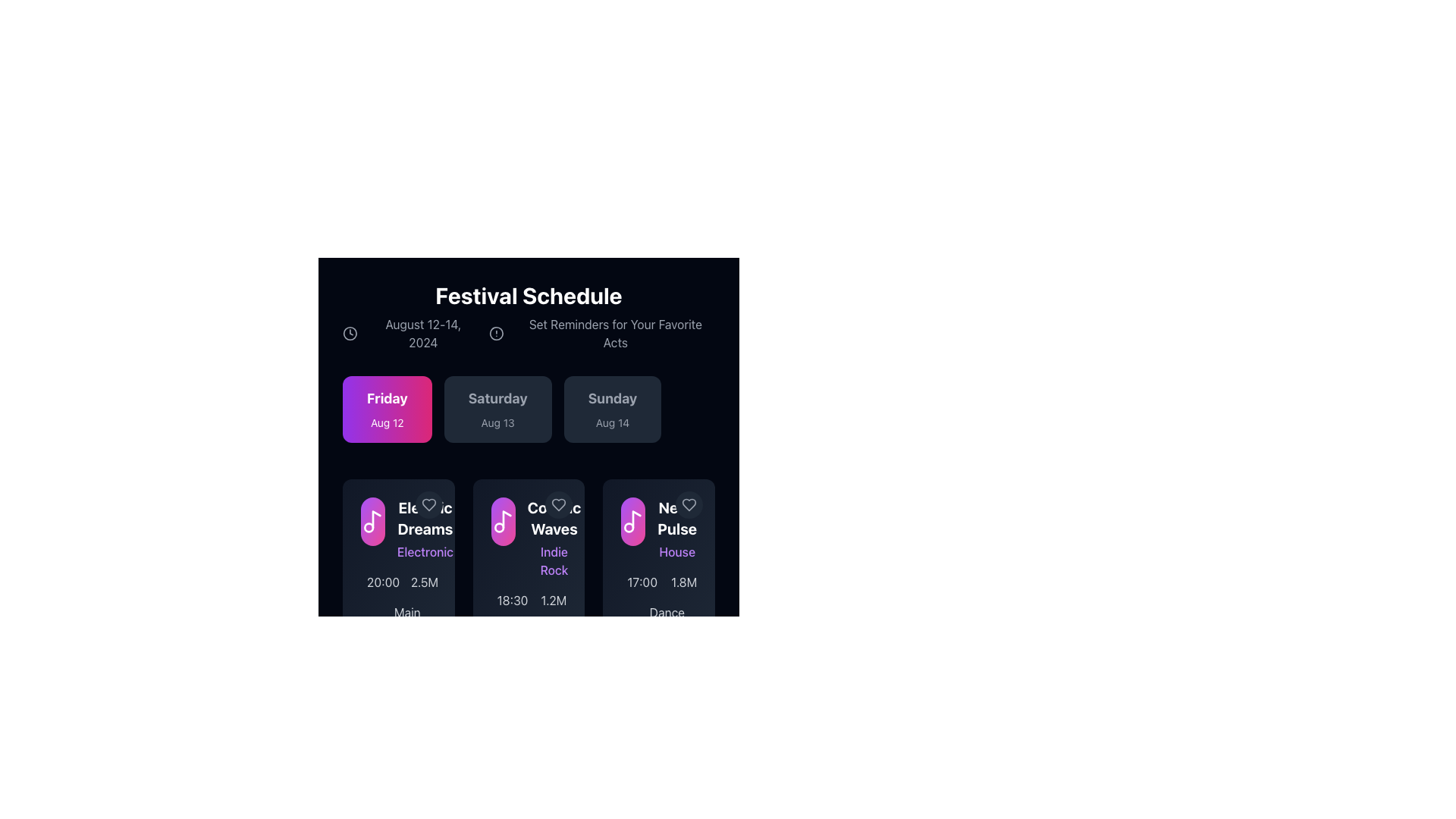 This screenshot has height=819, width=1456. Describe the element at coordinates (688, 505) in the screenshot. I see `the toggleable favorite button located at the upper-right corner of the 'Neon Pulse' music event card to mark it as favorite` at that location.